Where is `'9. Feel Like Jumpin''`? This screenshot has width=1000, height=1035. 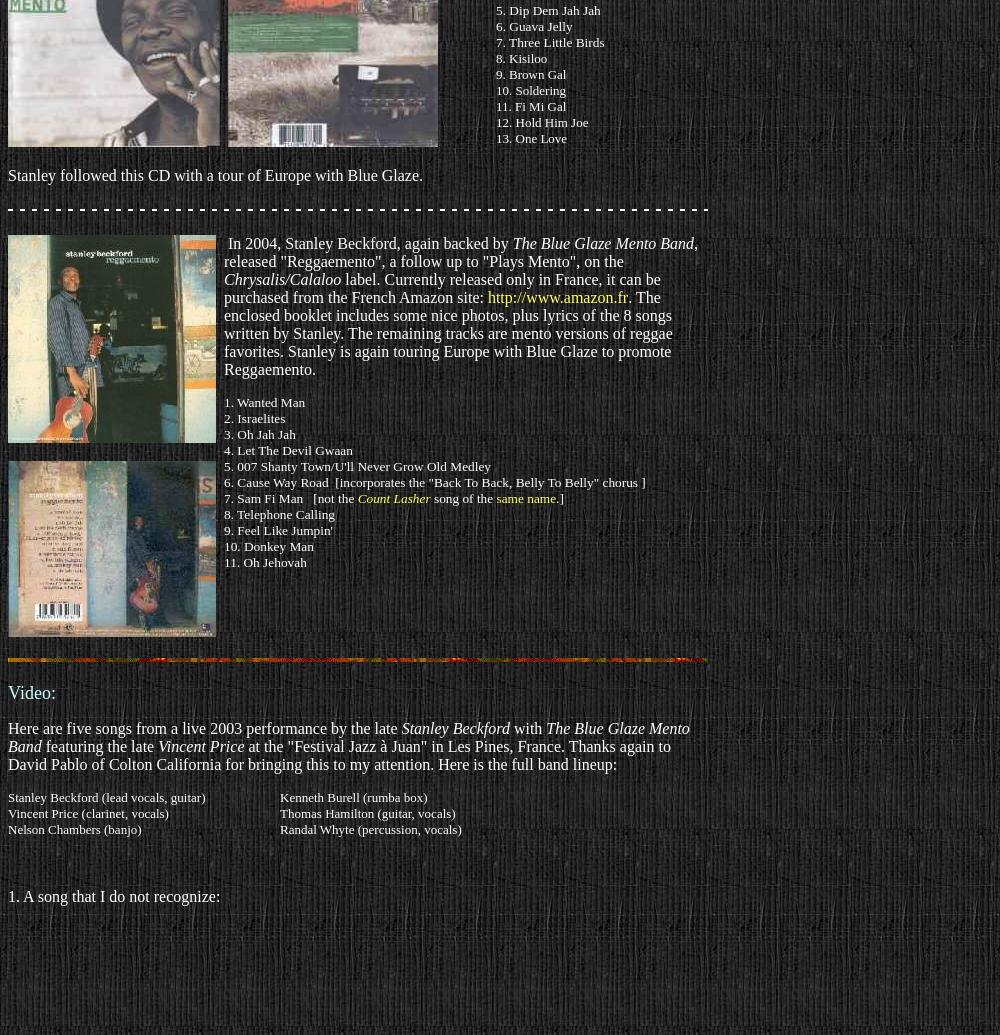 '9. Feel Like Jumpin'' is located at coordinates (278, 529).